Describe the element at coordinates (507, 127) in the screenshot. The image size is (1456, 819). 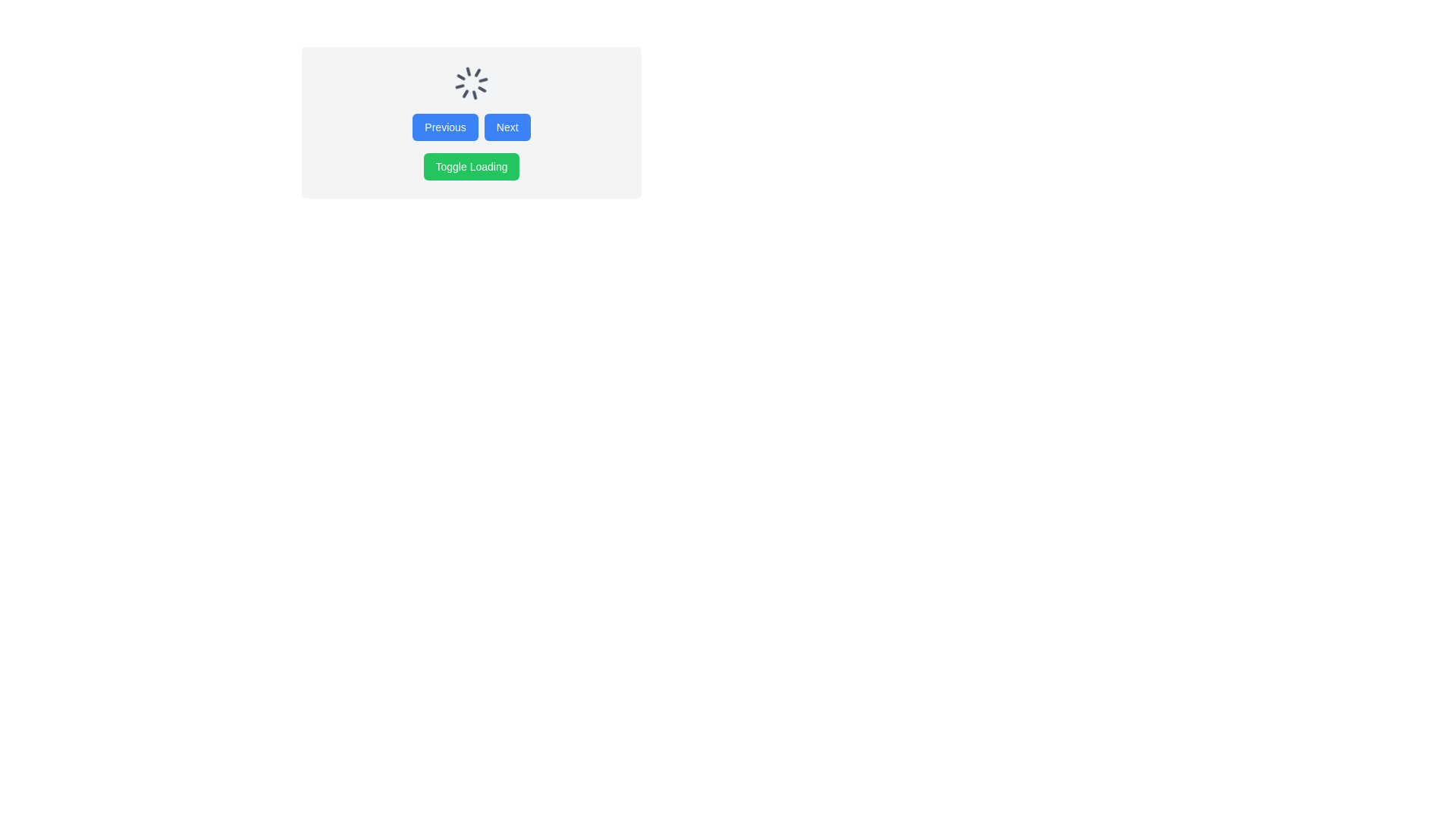
I see `the 'Next' button` at that location.